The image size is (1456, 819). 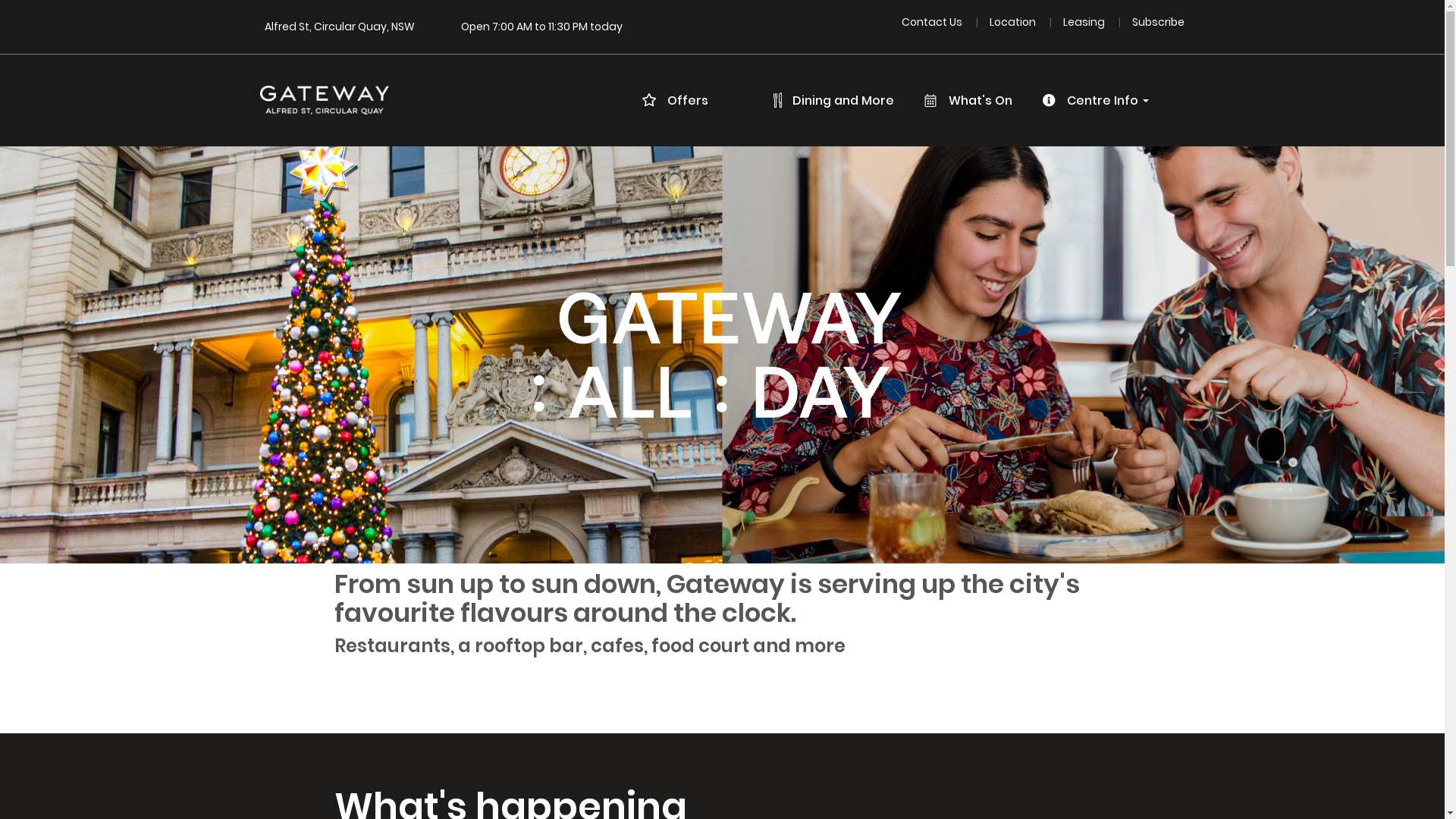 What do you see at coordinates (541, 26) in the screenshot?
I see `'Open 7:00 AM to 11:30 PM today'` at bounding box center [541, 26].